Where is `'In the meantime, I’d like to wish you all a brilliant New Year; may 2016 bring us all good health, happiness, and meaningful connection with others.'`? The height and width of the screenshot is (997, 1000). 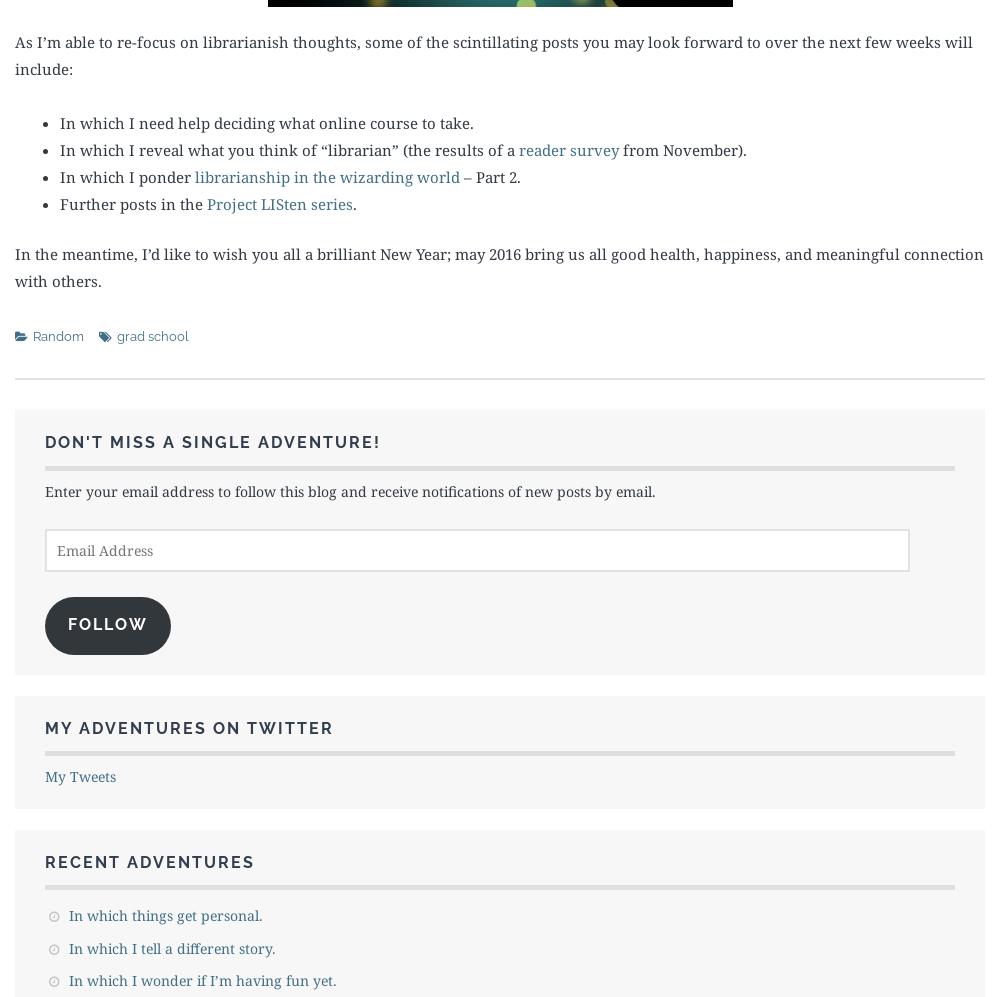
'In the meantime, I’d like to wish you all a brilliant New Year; may 2016 bring us all good health, happiness, and meaningful connection with others.' is located at coordinates (15, 265).